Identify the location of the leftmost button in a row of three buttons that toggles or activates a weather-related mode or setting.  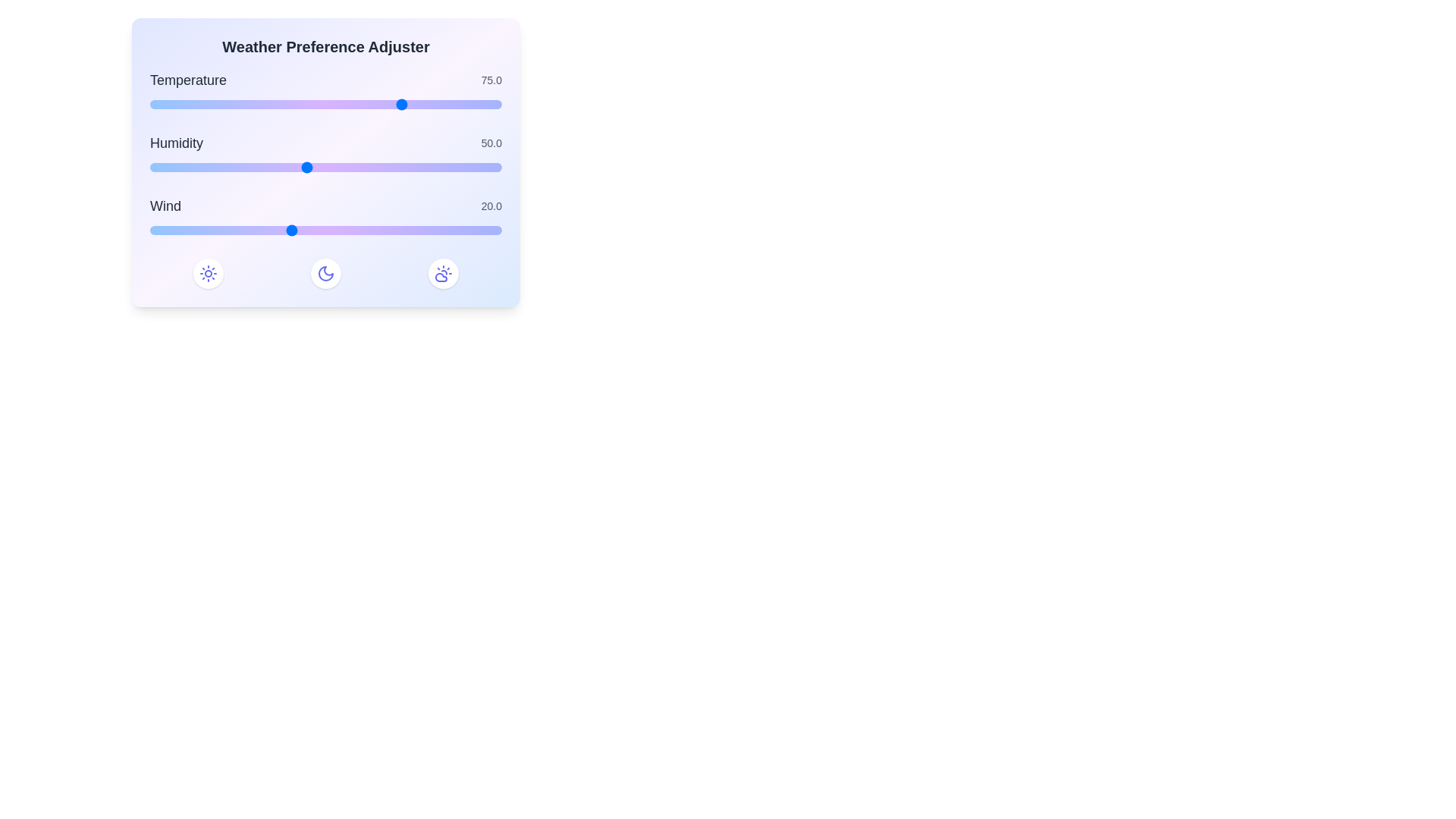
(208, 274).